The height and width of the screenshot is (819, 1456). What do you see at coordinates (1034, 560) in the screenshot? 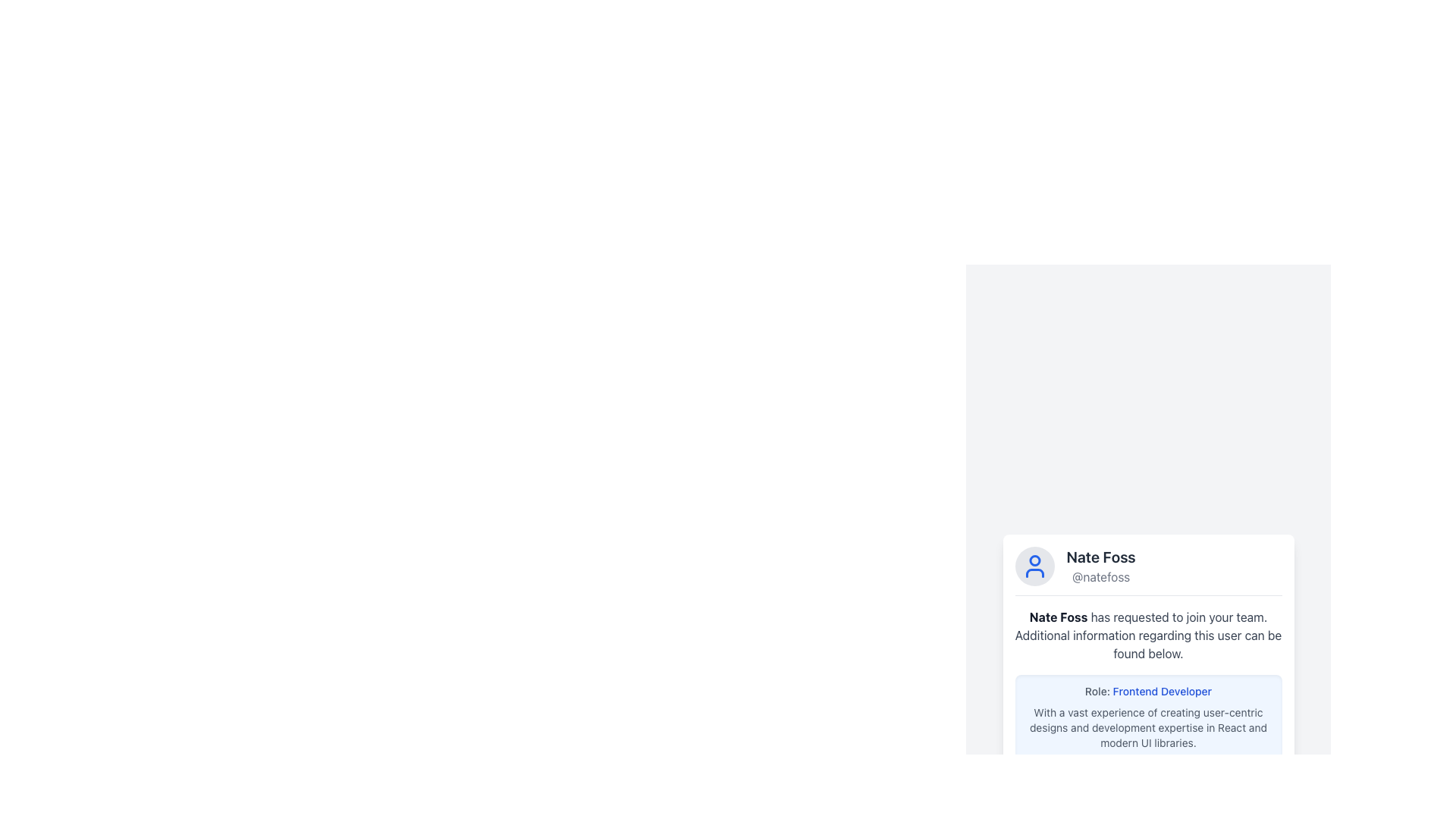
I see `the Graphical Icon Component (Circle within an SVG) that represents the head in the user avatar icon, located in the top-left corner of the profile card` at bounding box center [1034, 560].